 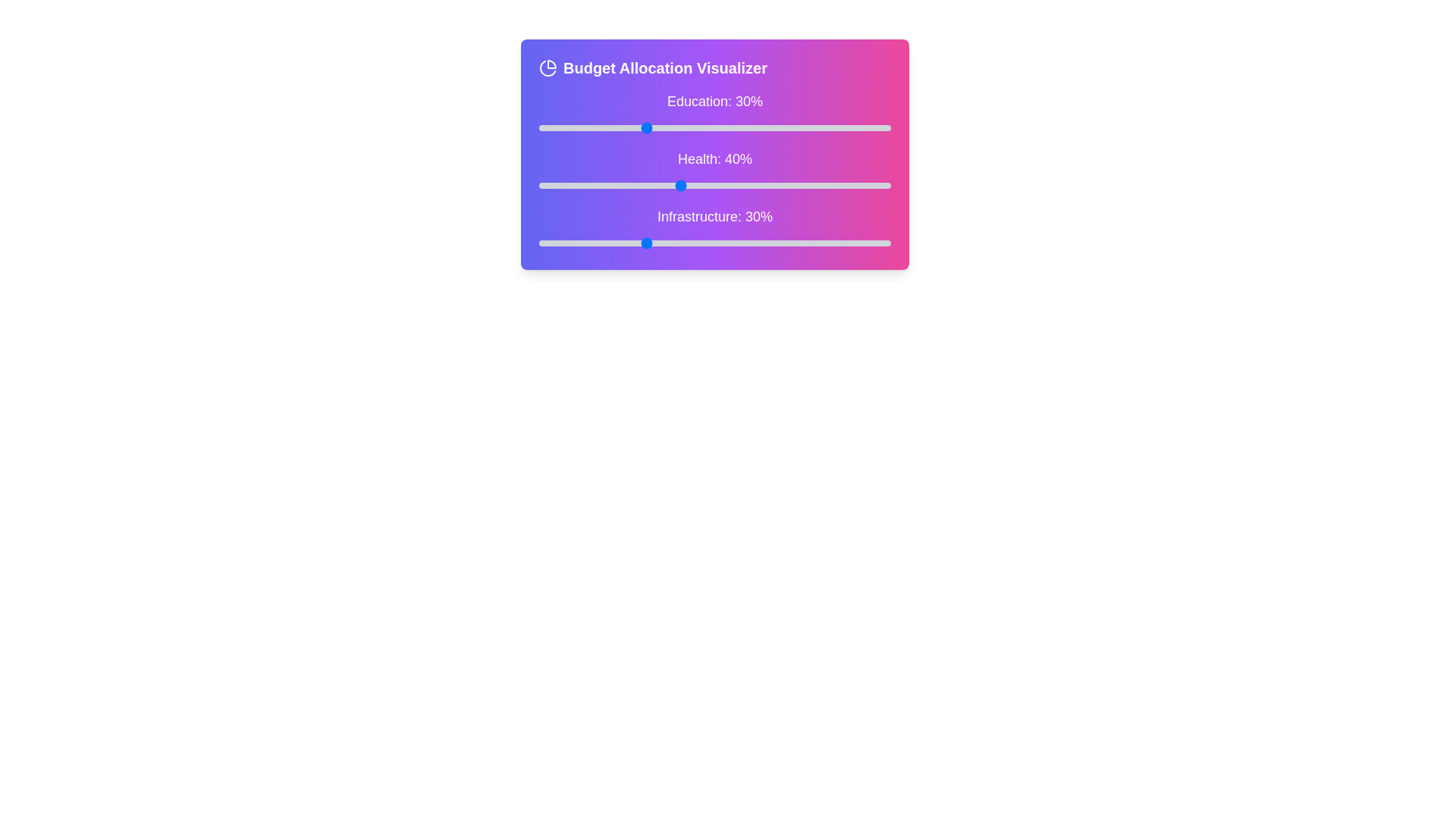 I want to click on 'Infrastructure' percentage, so click(x=707, y=242).